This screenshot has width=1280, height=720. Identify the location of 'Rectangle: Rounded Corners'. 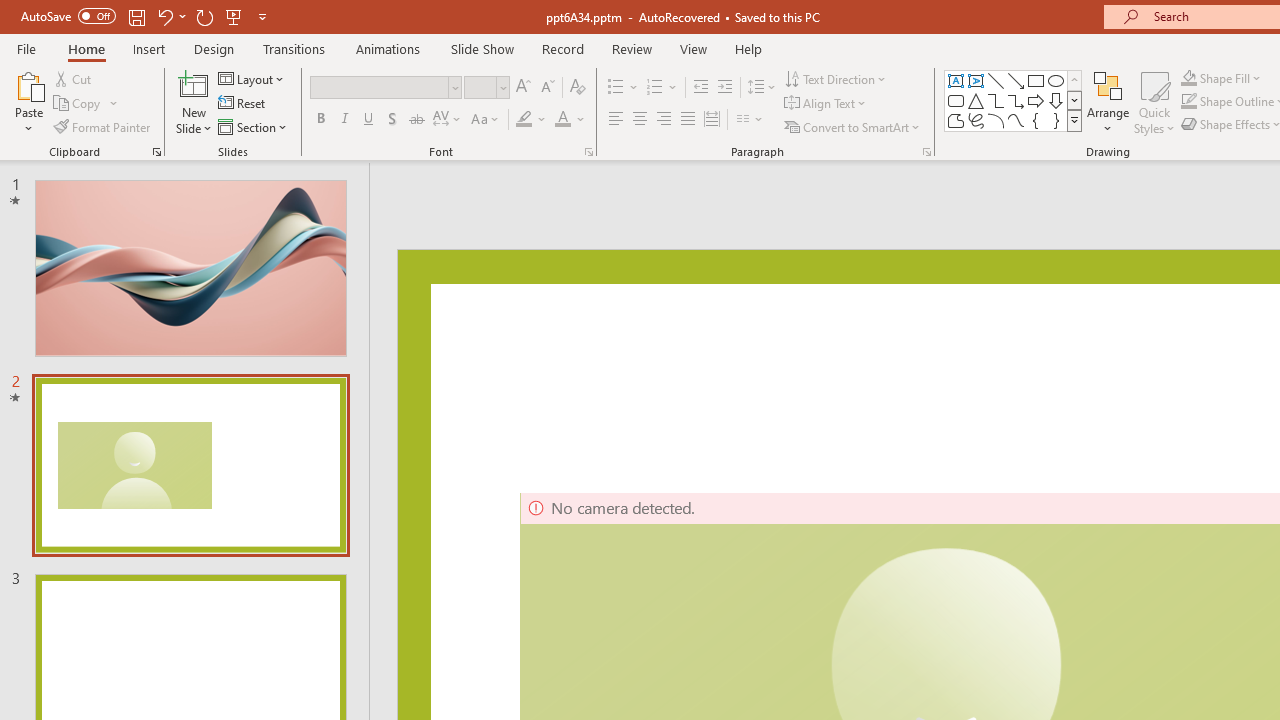
(955, 100).